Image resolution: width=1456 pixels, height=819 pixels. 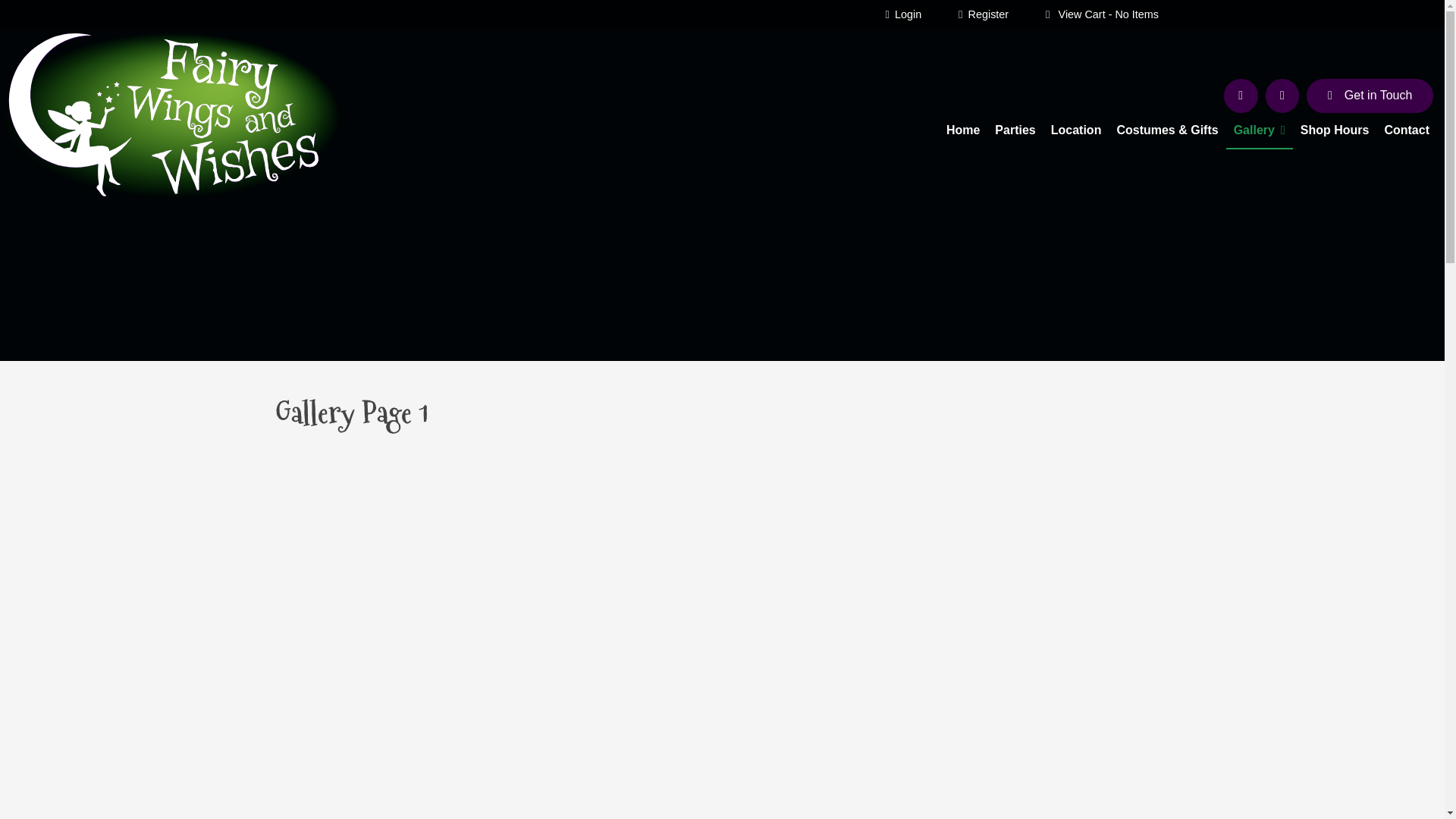 What do you see at coordinates (1015, 130) in the screenshot?
I see `'Parties'` at bounding box center [1015, 130].